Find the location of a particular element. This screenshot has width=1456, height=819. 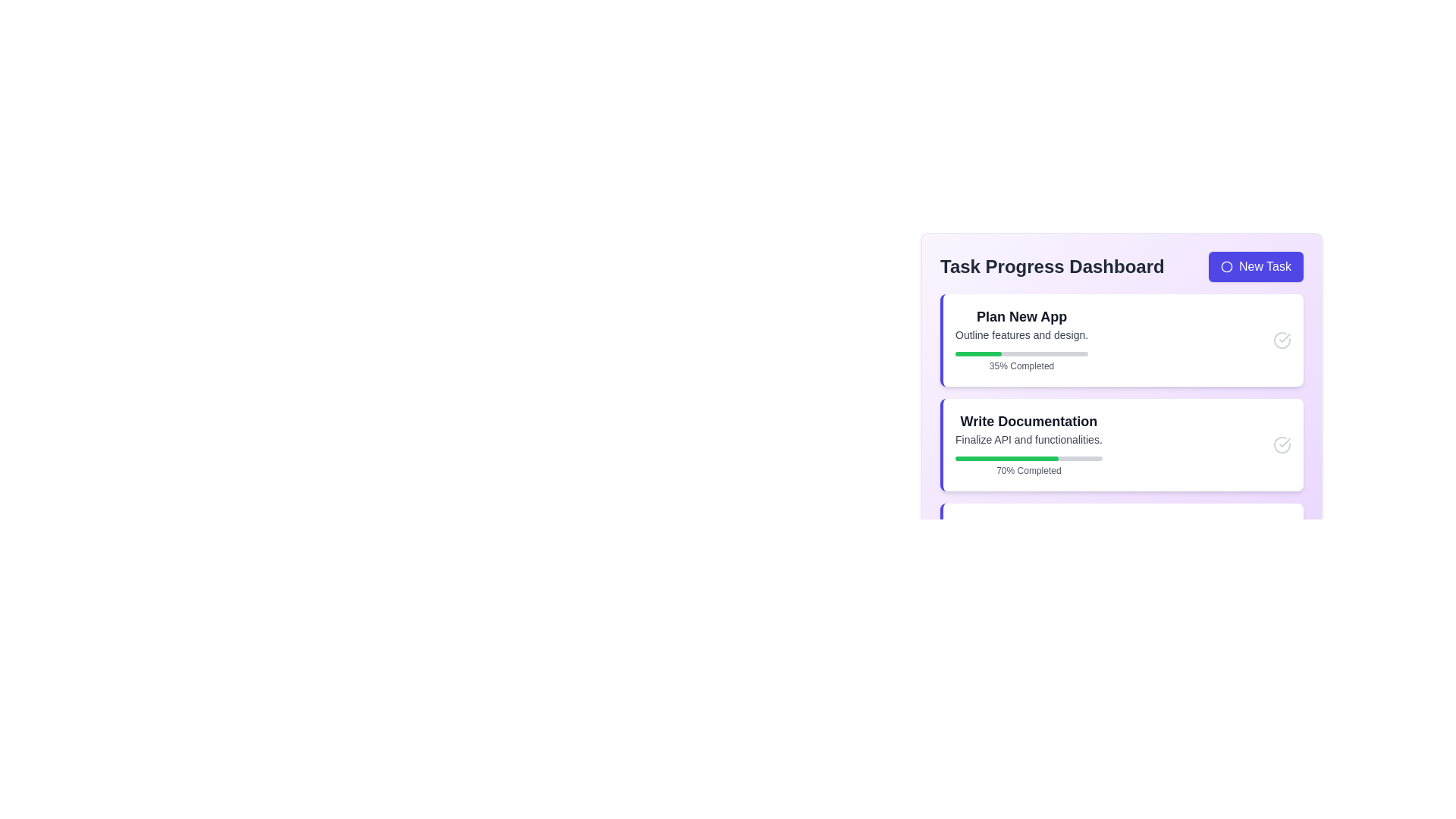

the label displaying '70% Completed' beneath the progress bar in the 'Write Documentation' task card on the 'Task Progress Dashboard' is located at coordinates (1028, 470).